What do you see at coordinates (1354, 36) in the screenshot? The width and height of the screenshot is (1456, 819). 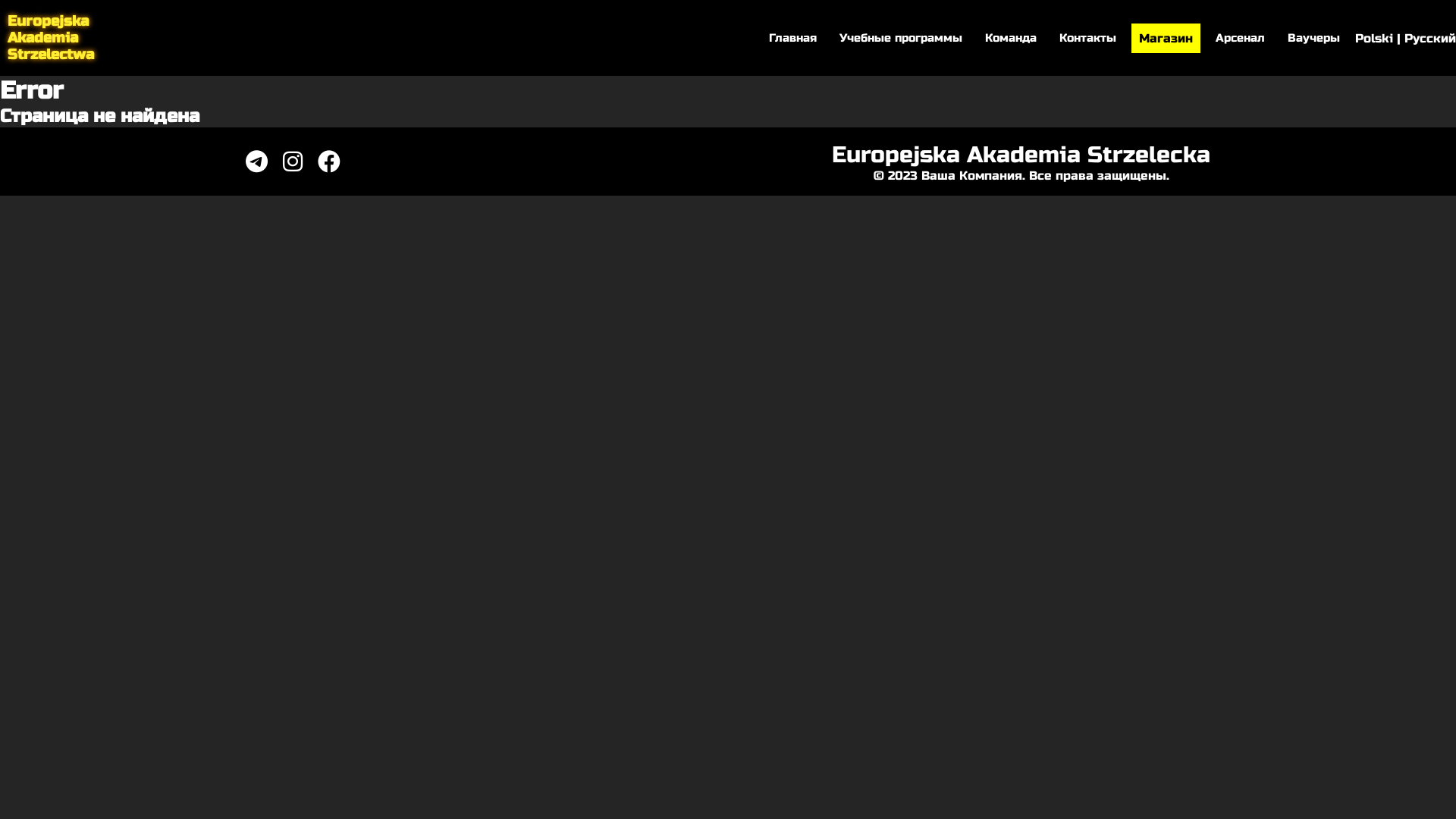 I see `'Polski'` at bounding box center [1354, 36].